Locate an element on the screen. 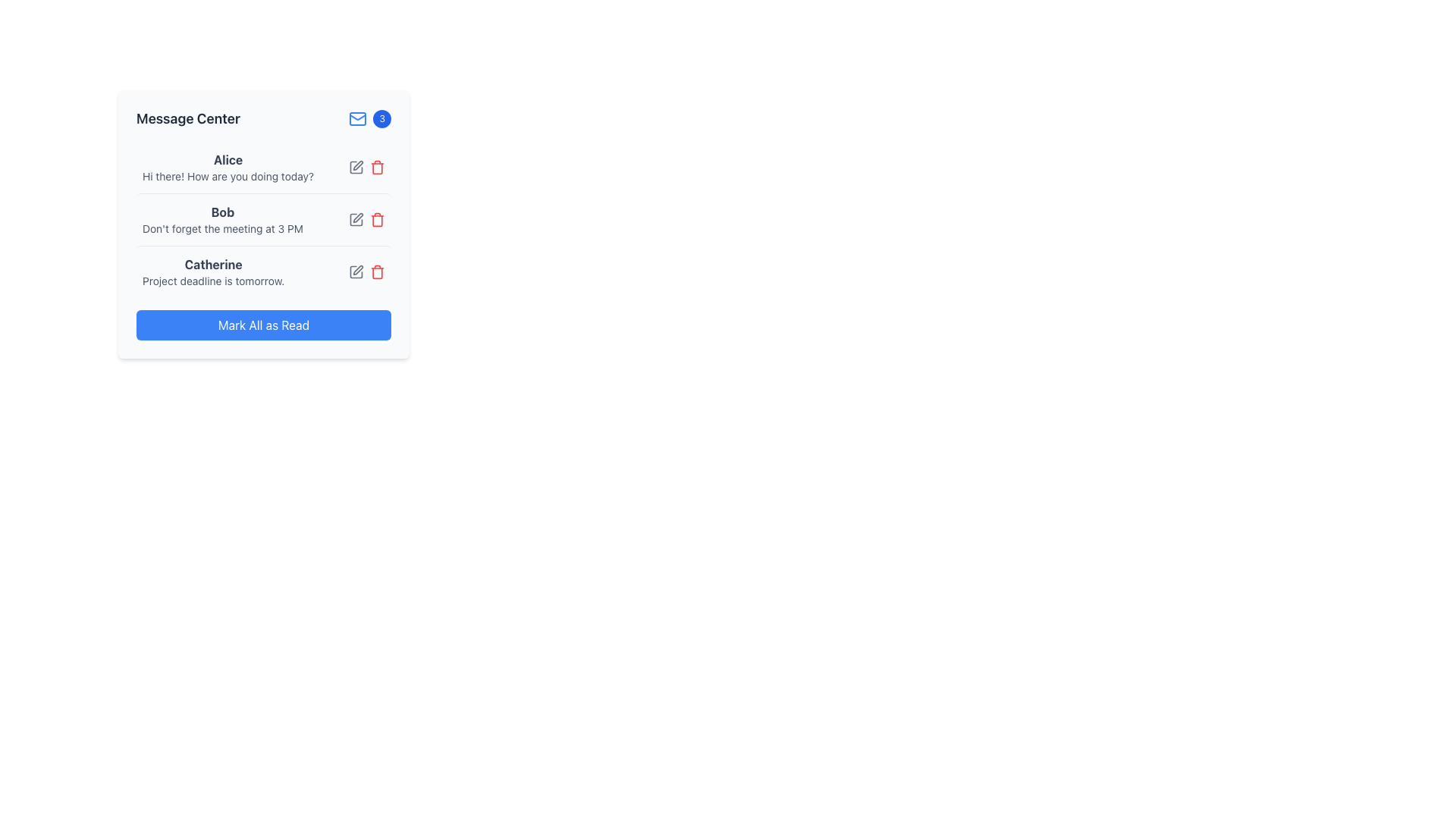 Image resolution: width=1456 pixels, height=819 pixels. the text element displaying the message 'Hi there! How are you doing today?' which is styled with a small font size and gray color, located below the name 'Alice' is located at coordinates (227, 175).